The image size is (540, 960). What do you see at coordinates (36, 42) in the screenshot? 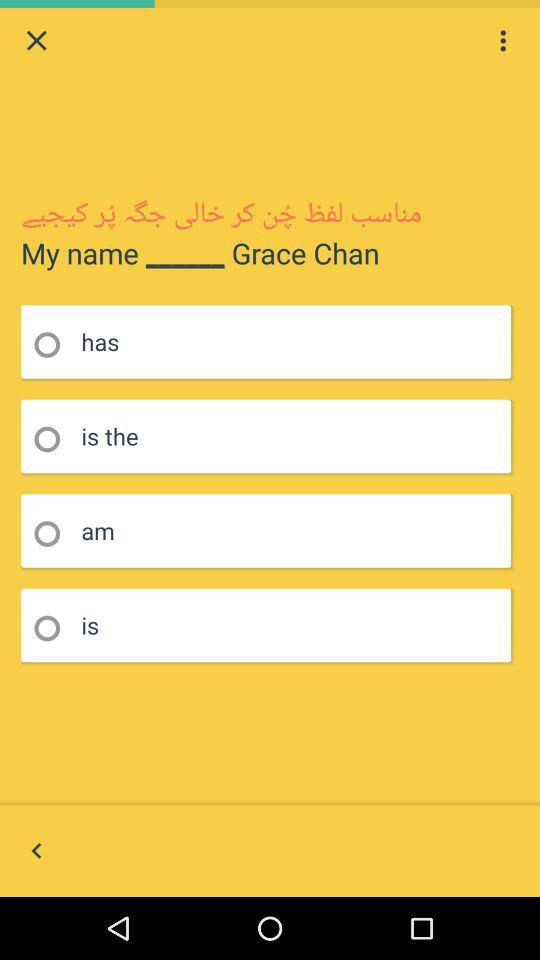
I see `the close icon` at bounding box center [36, 42].